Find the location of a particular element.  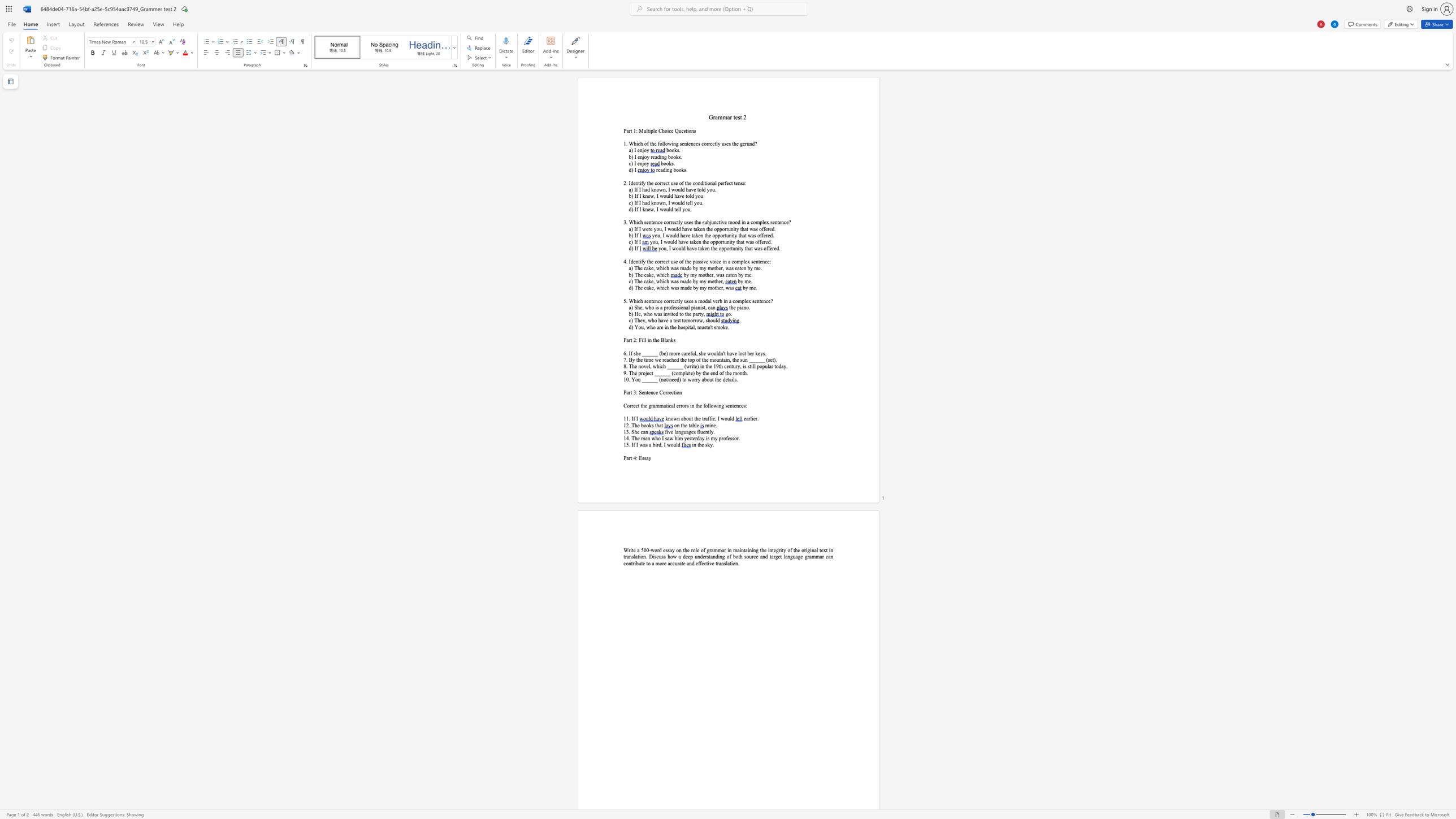

the space between the continuous character "4" and ":" in the text is located at coordinates (635, 458).